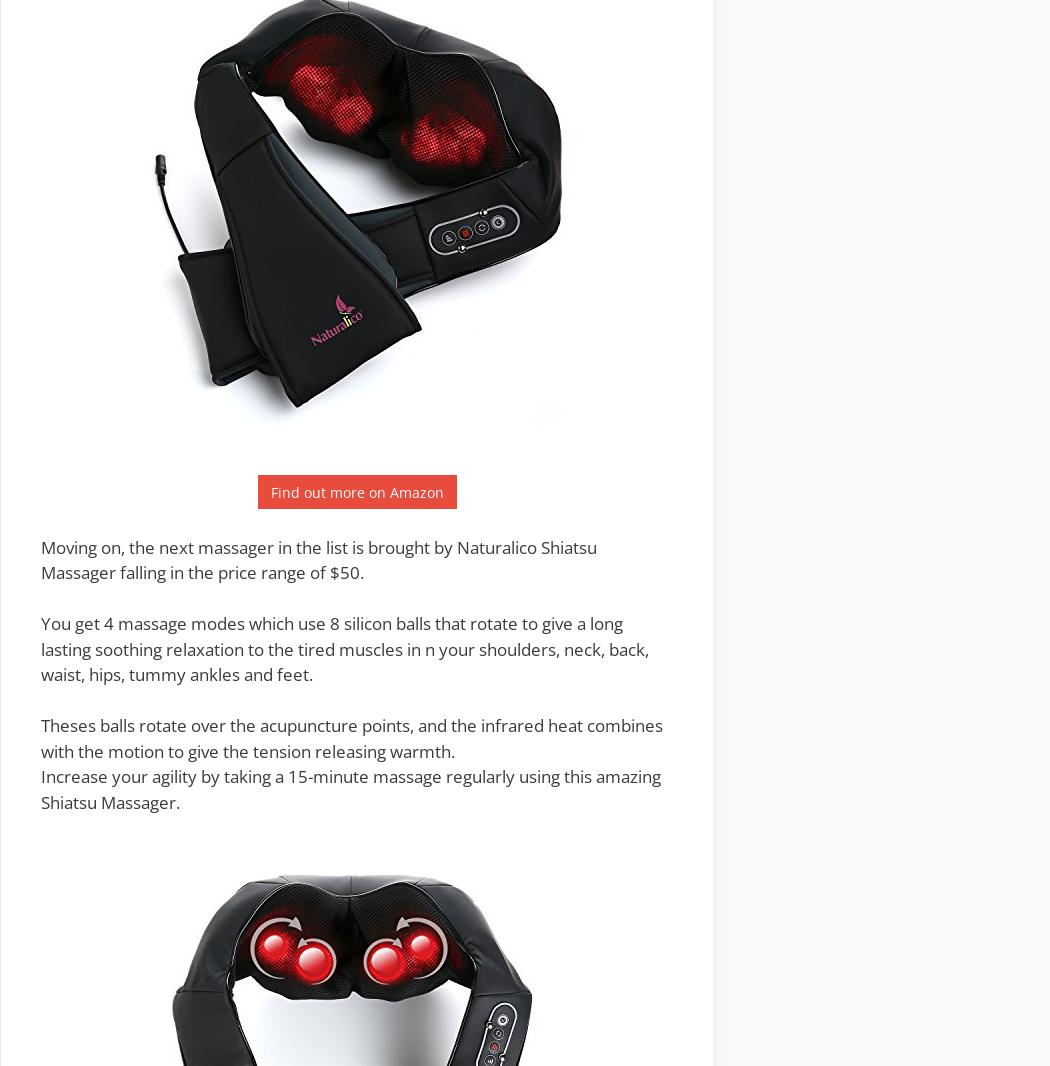  Describe the element at coordinates (248, 545) in the screenshot. I see `'Moving on, the next massager in the list is brought by'` at that location.